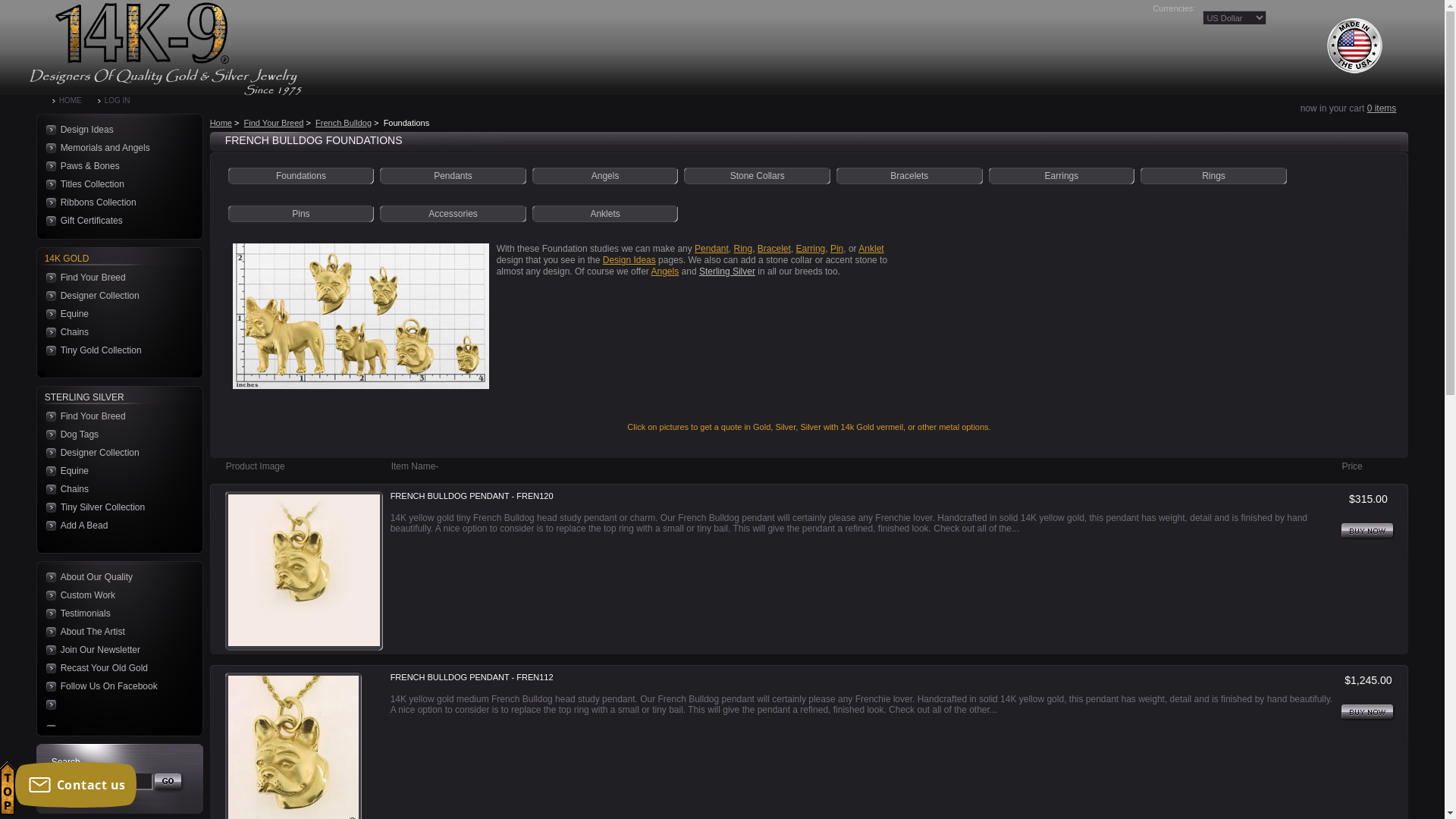 This screenshot has width=1456, height=819. What do you see at coordinates (1213, 174) in the screenshot?
I see `'Rings'` at bounding box center [1213, 174].